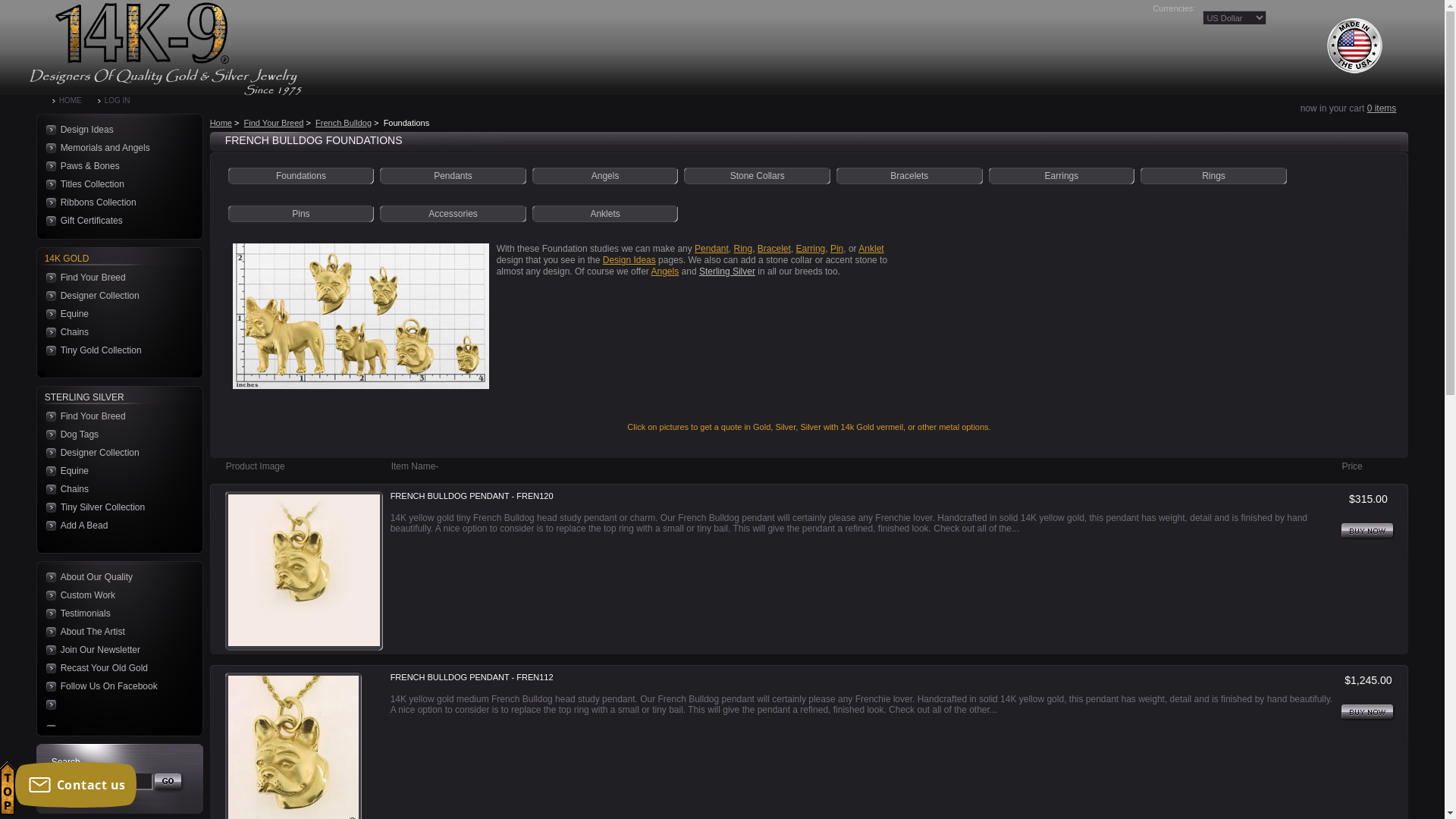 This screenshot has width=1456, height=819. What do you see at coordinates (1213, 174) in the screenshot?
I see `'Rings'` at bounding box center [1213, 174].